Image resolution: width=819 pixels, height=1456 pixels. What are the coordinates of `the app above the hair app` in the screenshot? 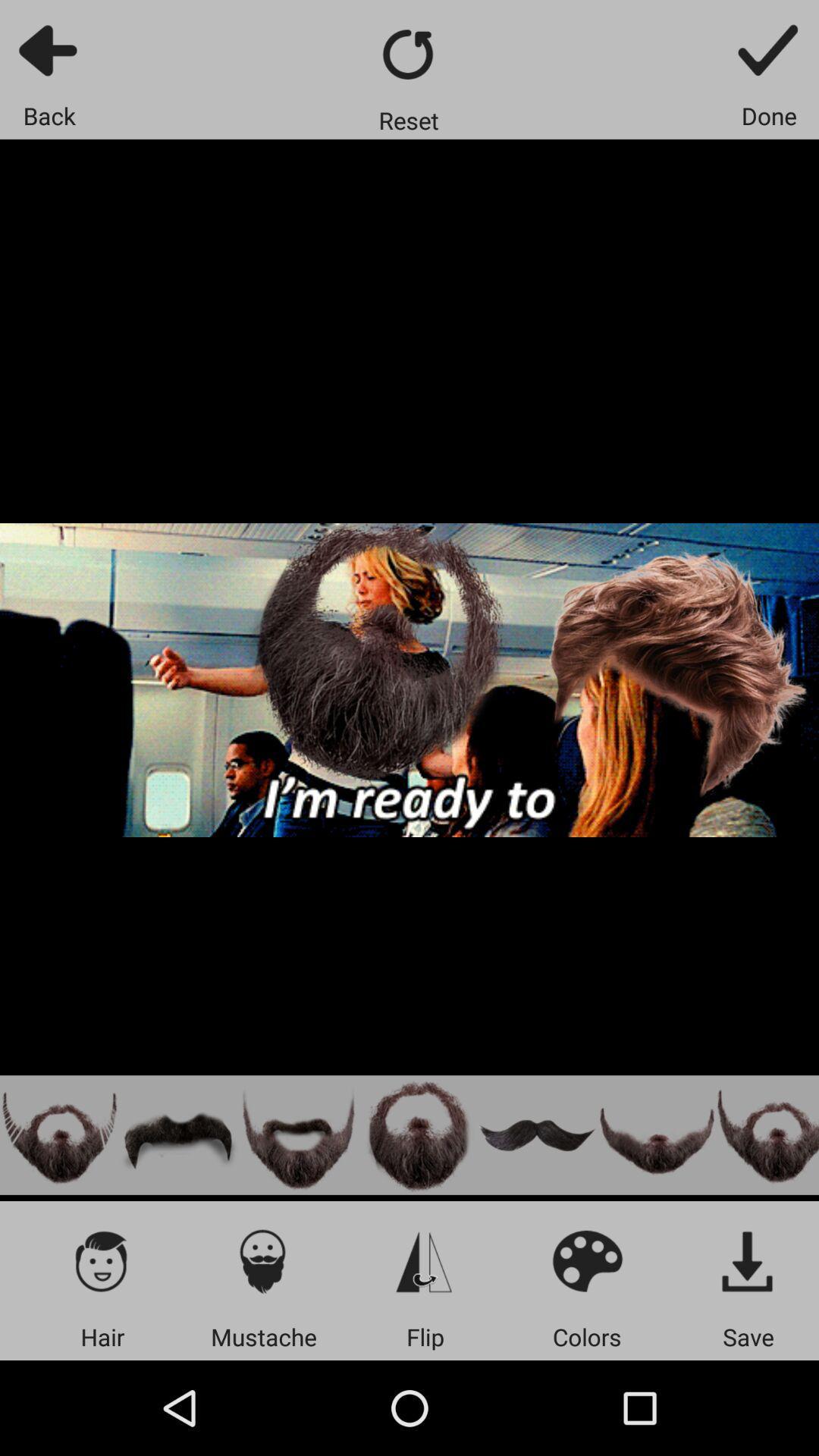 It's located at (102, 1260).